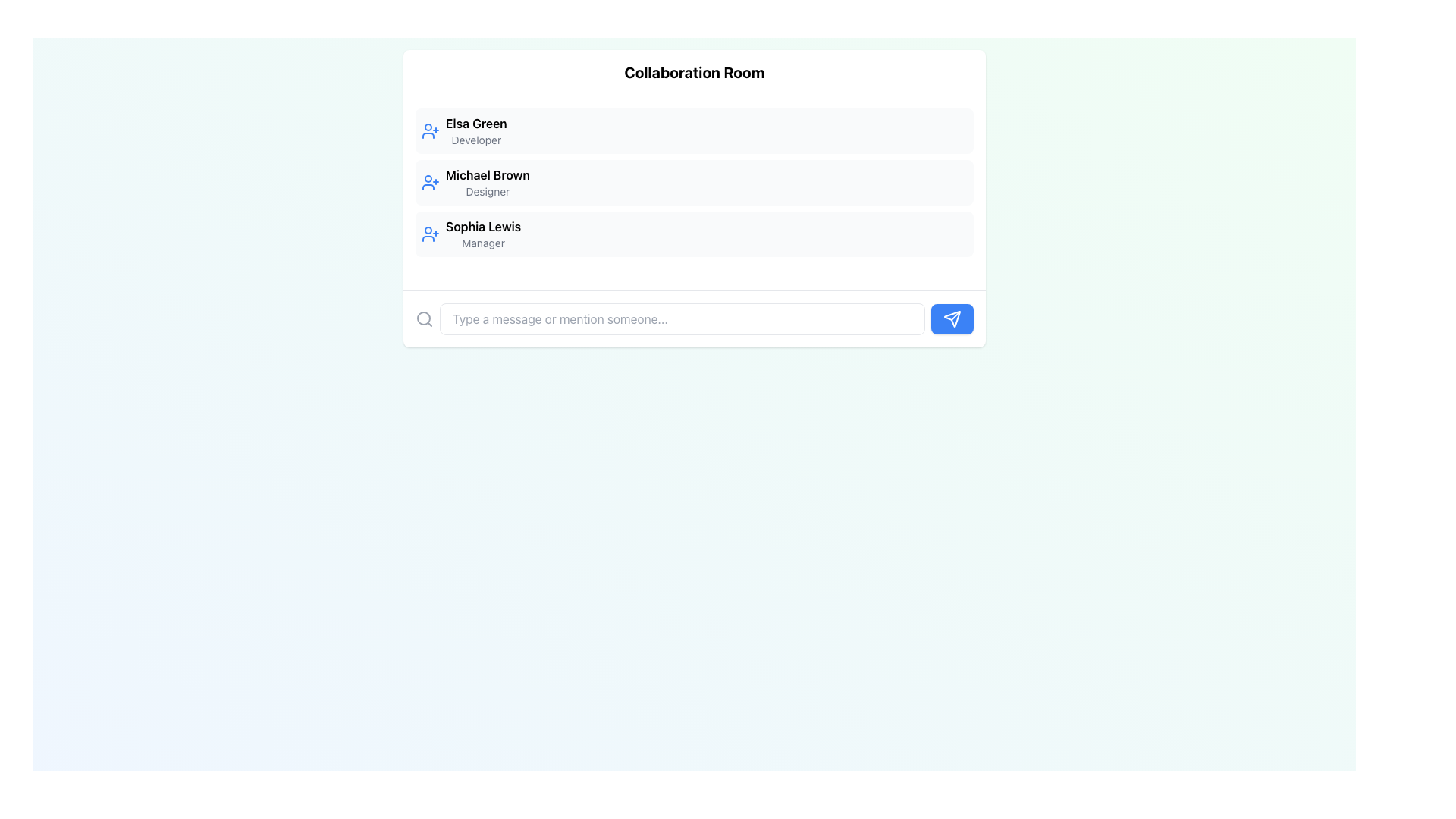 The image size is (1456, 819). Describe the element at coordinates (952, 318) in the screenshot. I see `the button located at the rightmost side of the layout that contains a text input field and a search icon` at that location.